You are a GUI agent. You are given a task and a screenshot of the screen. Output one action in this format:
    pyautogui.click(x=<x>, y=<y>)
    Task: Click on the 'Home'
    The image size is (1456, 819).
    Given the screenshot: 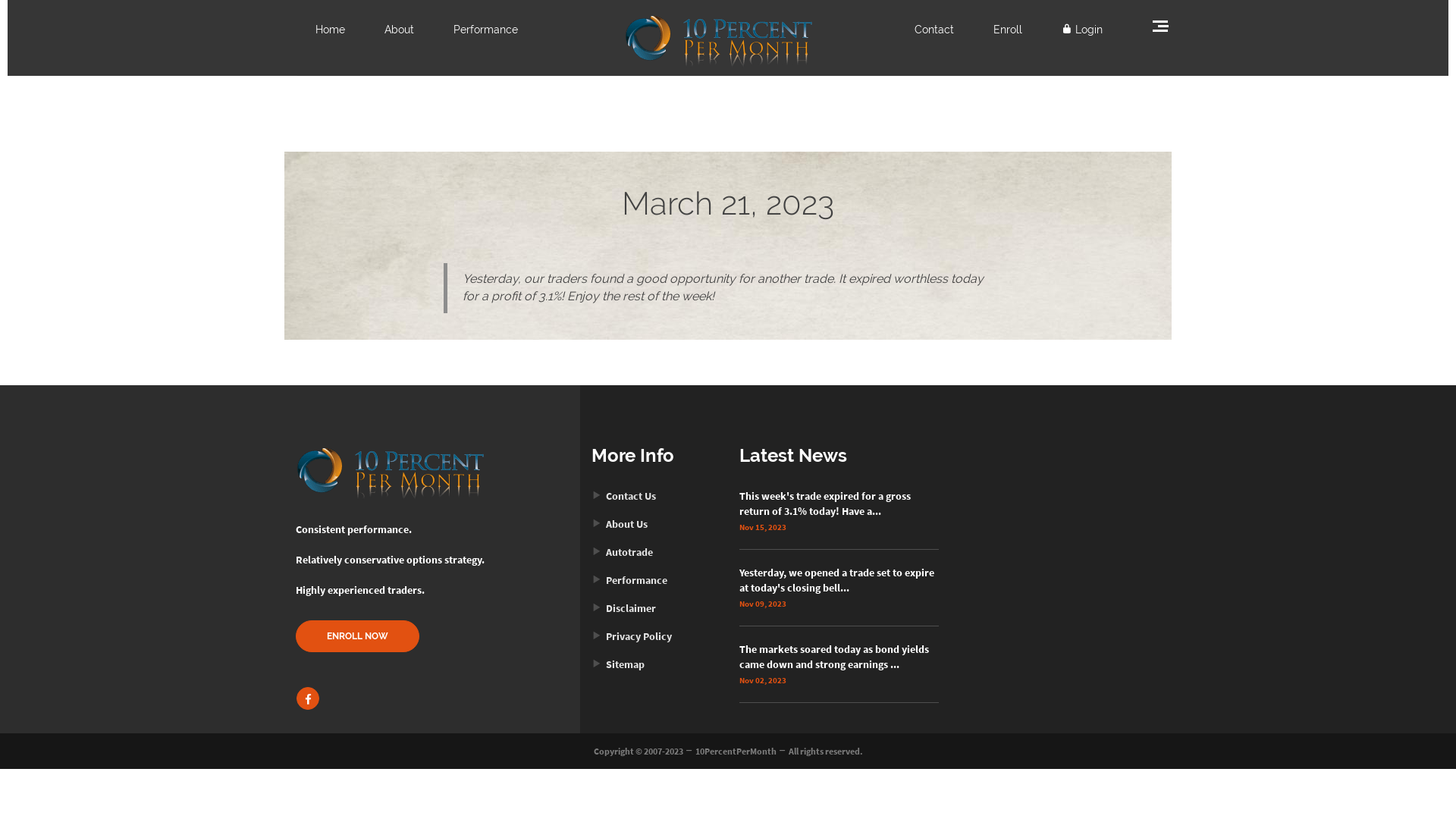 What is the action you would take?
    pyautogui.click(x=315, y=29)
    